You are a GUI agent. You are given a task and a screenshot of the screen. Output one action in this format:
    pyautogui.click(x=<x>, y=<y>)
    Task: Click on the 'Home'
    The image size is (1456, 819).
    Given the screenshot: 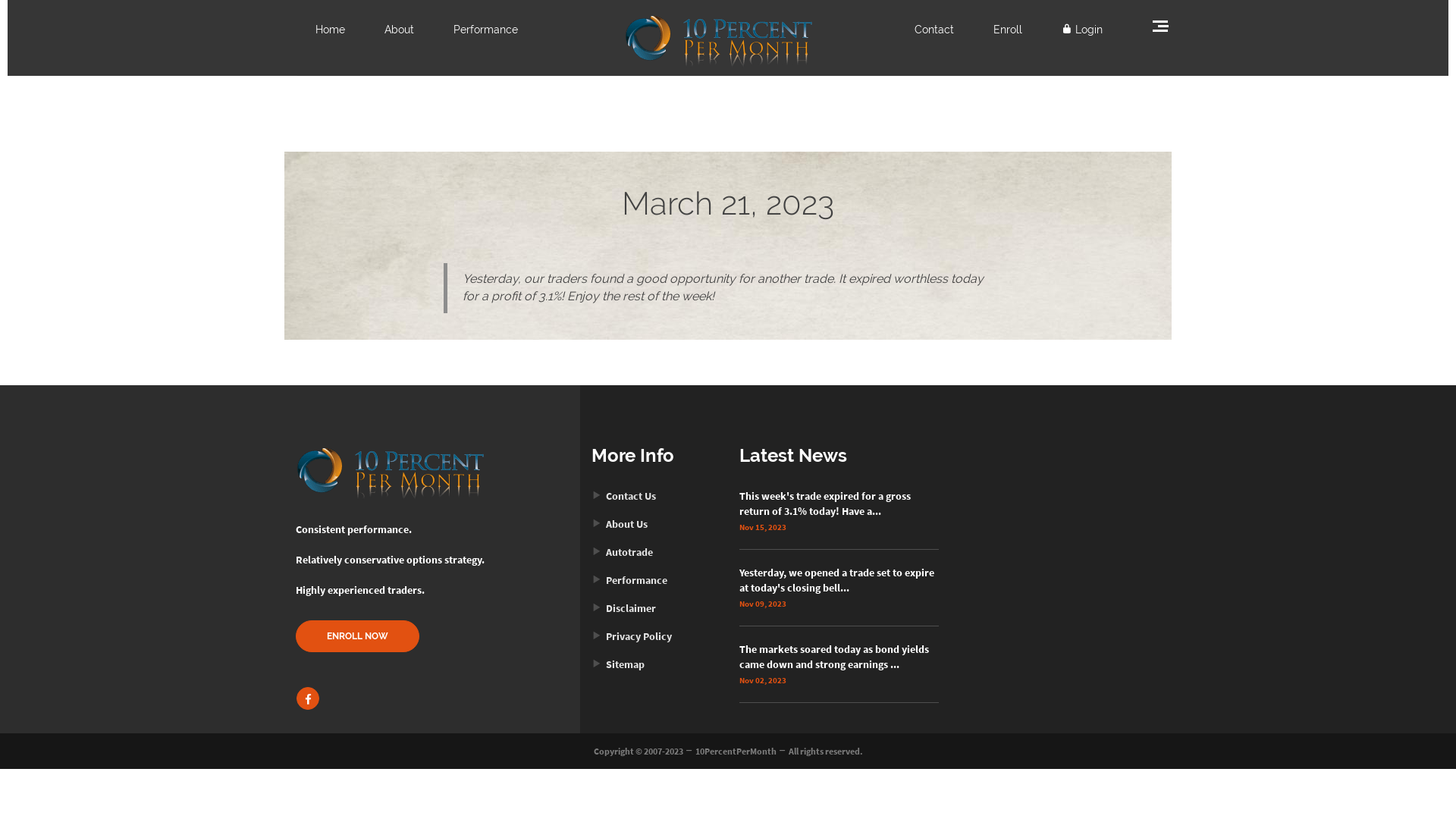 What is the action you would take?
    pyautogui.click(x=315, y=29)
    